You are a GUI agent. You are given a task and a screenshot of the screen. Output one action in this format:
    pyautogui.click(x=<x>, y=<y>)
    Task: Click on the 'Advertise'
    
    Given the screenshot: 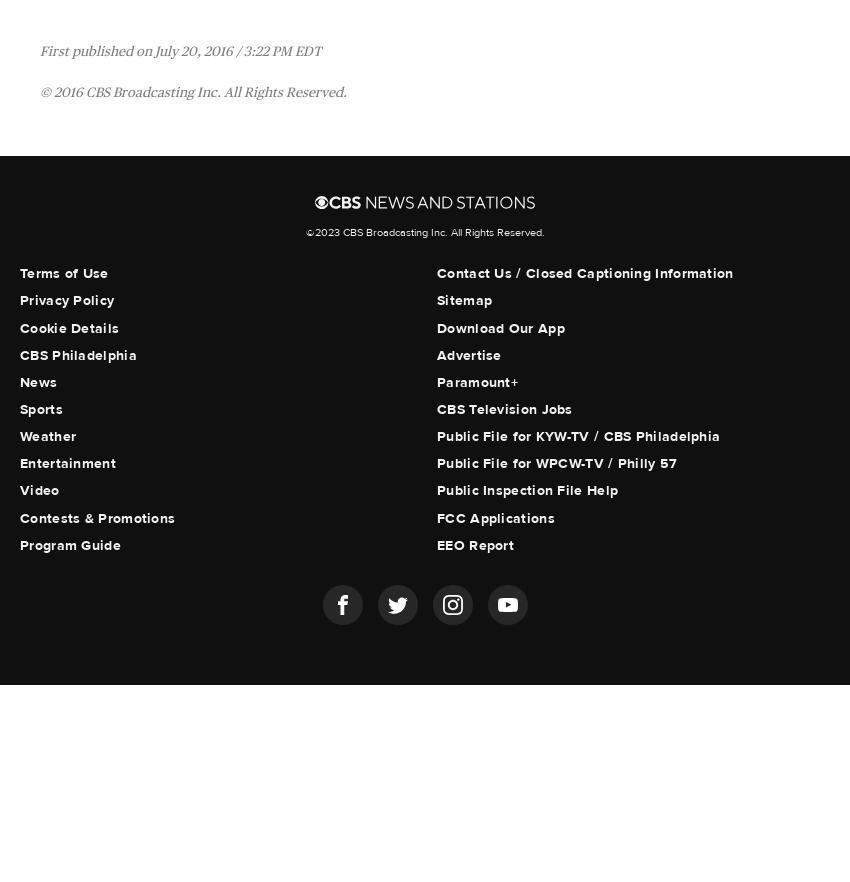 What is the action you would take?
    pyautogui.click(x=469, y=354)
    